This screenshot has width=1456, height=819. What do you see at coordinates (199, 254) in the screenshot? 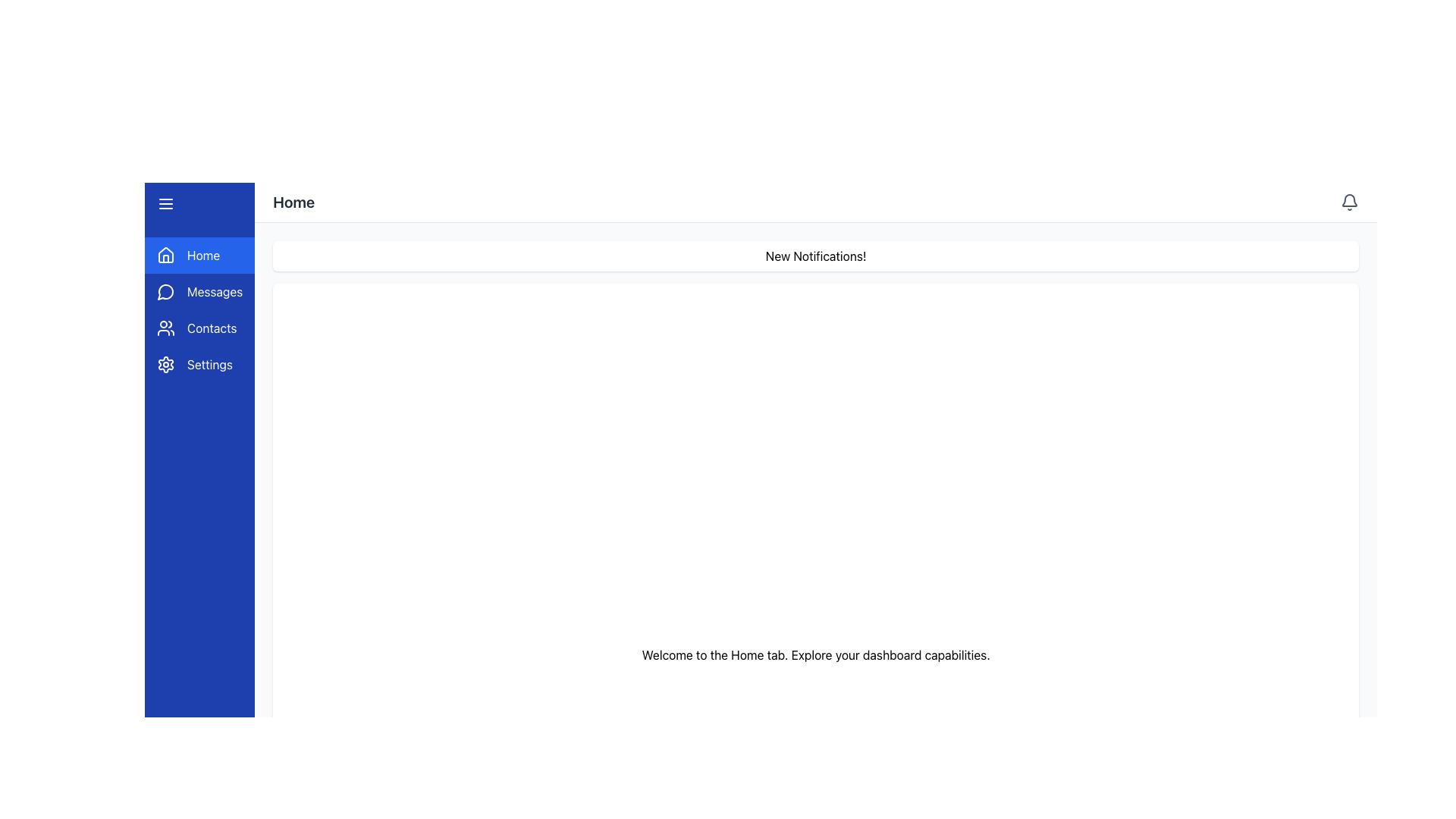
I see `the blue 'Home' button located in the vertical sidebar menu` at bounding box center [199, 254].